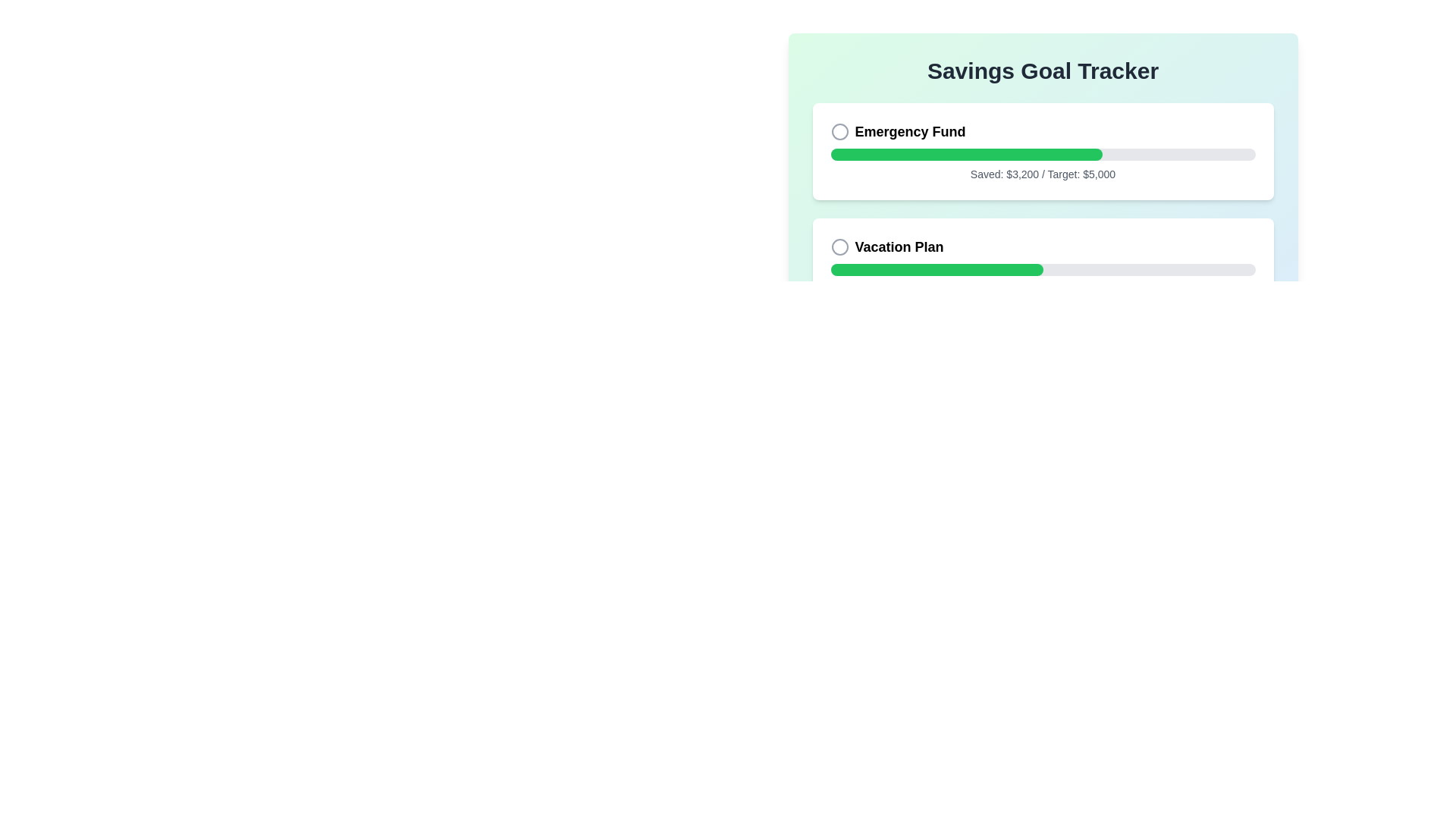  I want to click on the circular icon with a hollow outline and thin border located to the left of the 'Emergency Fund' text, so click(839, 130).